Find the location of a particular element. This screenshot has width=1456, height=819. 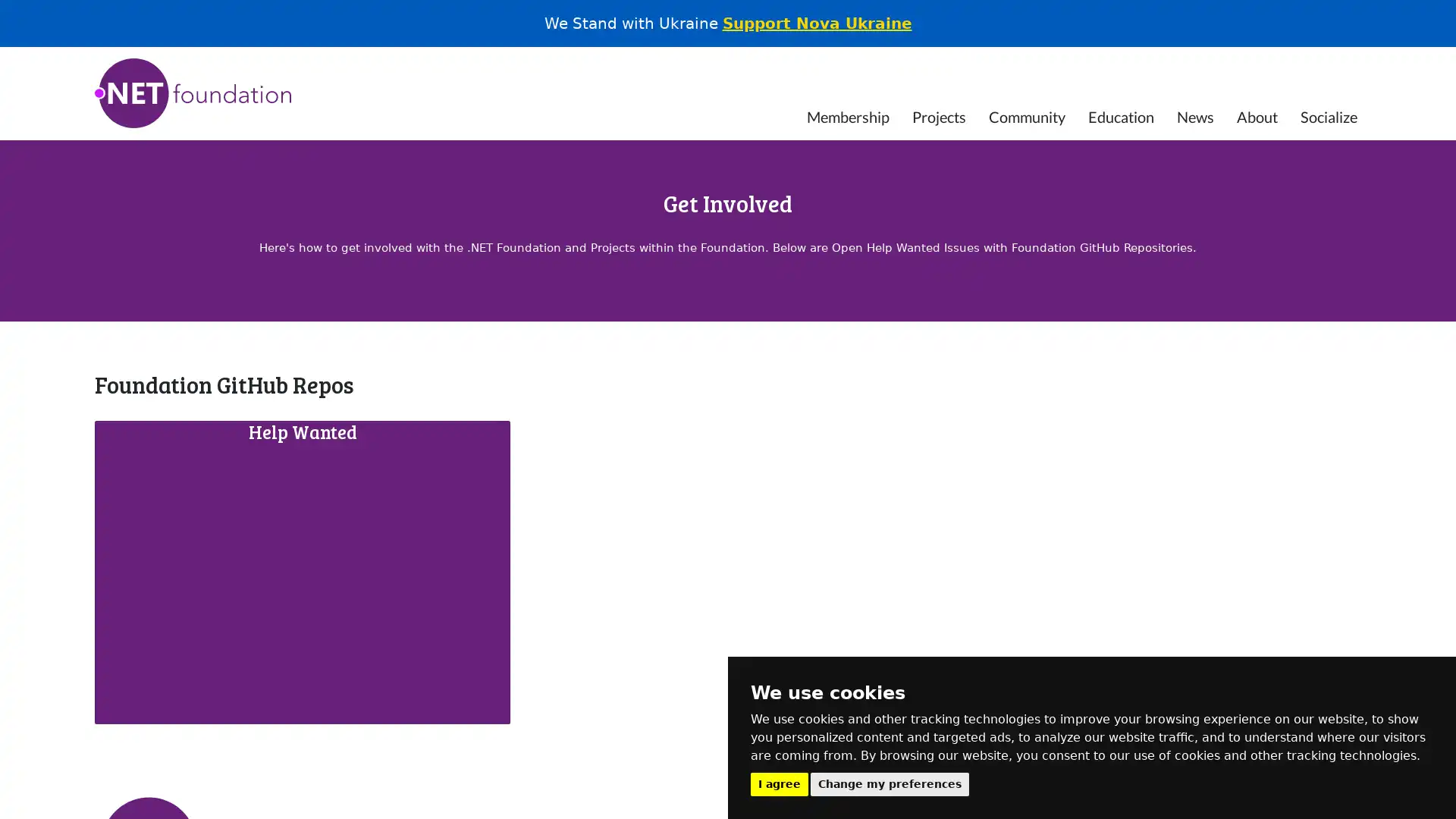

I agree is located at coordinates (779, 784).